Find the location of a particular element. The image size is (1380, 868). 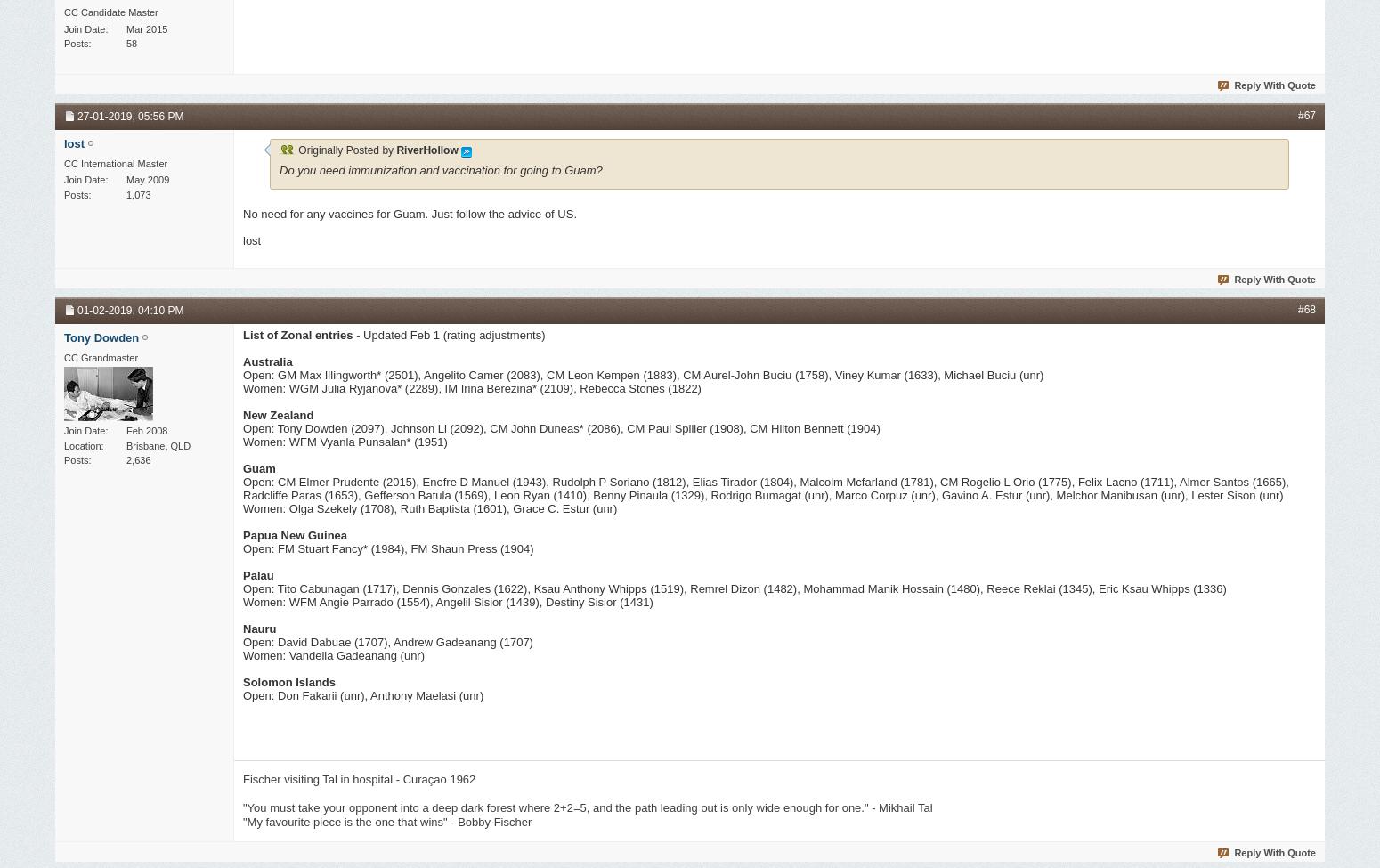

'CC Candidate Master' is located at coordinates (110, 12).